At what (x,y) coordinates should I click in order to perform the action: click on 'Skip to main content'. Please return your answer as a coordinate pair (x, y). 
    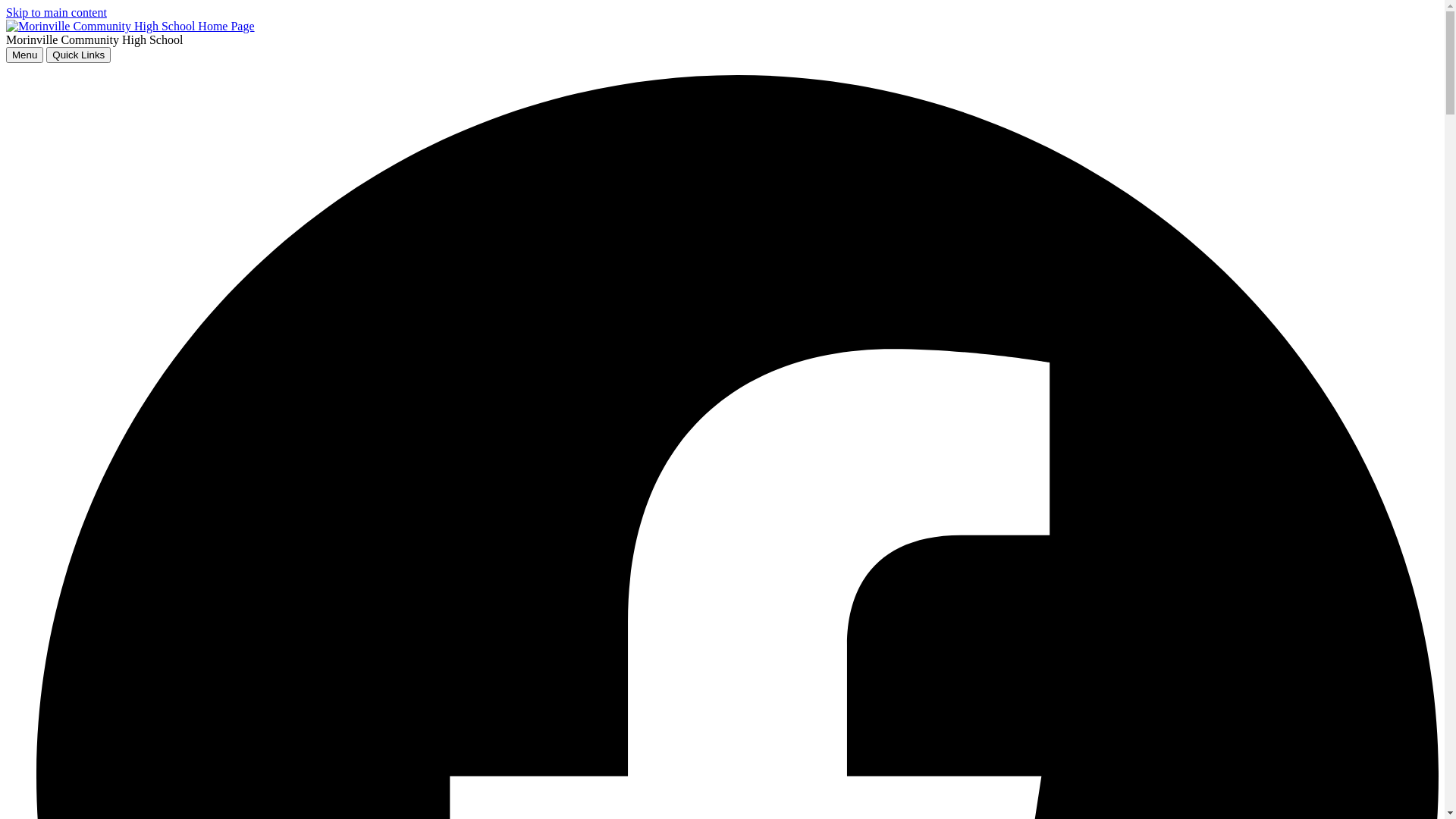
    Looking at the image, I should click on (6, 12).